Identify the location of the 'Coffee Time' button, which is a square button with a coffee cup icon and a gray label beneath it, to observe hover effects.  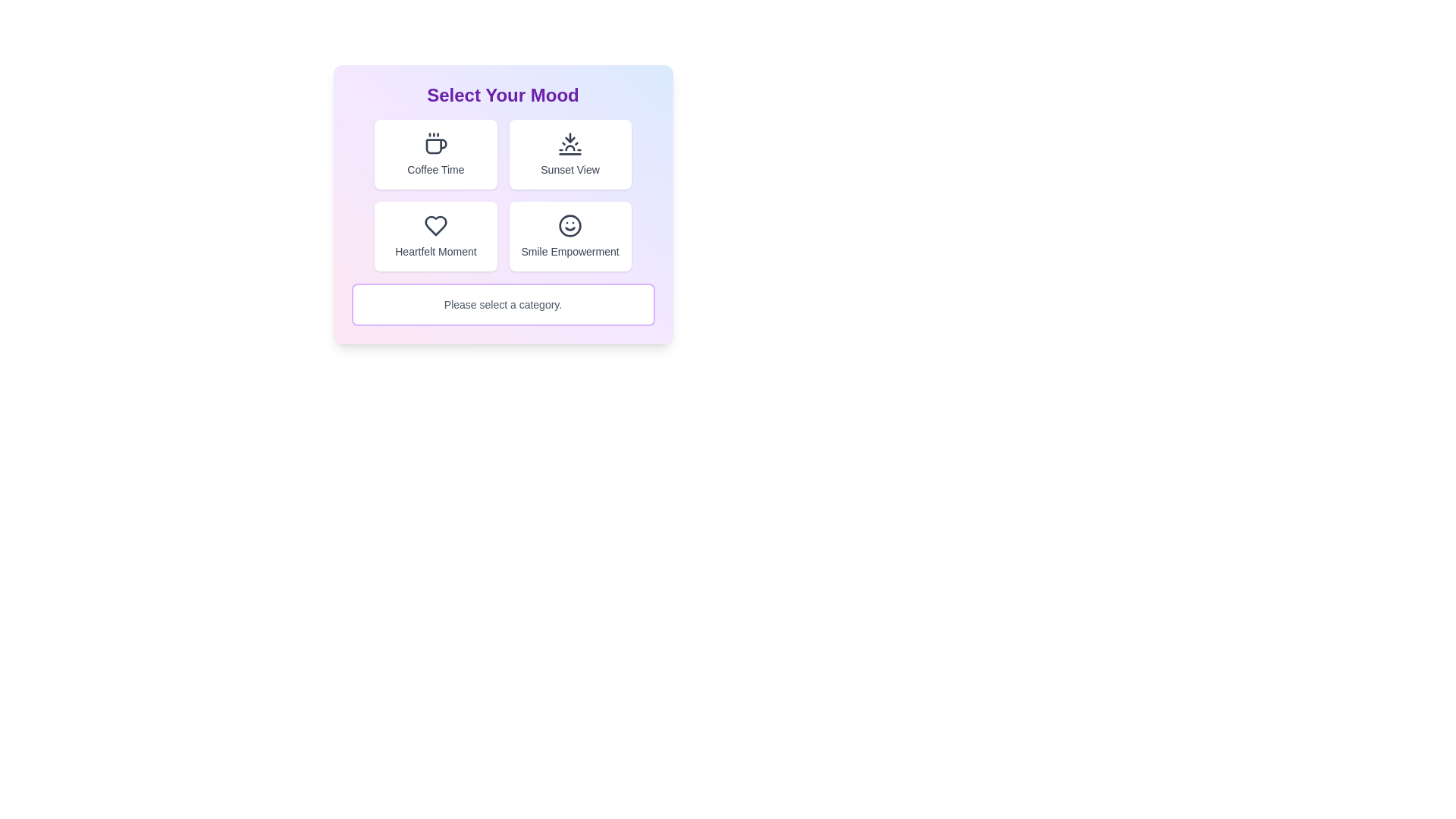
(435, 155).